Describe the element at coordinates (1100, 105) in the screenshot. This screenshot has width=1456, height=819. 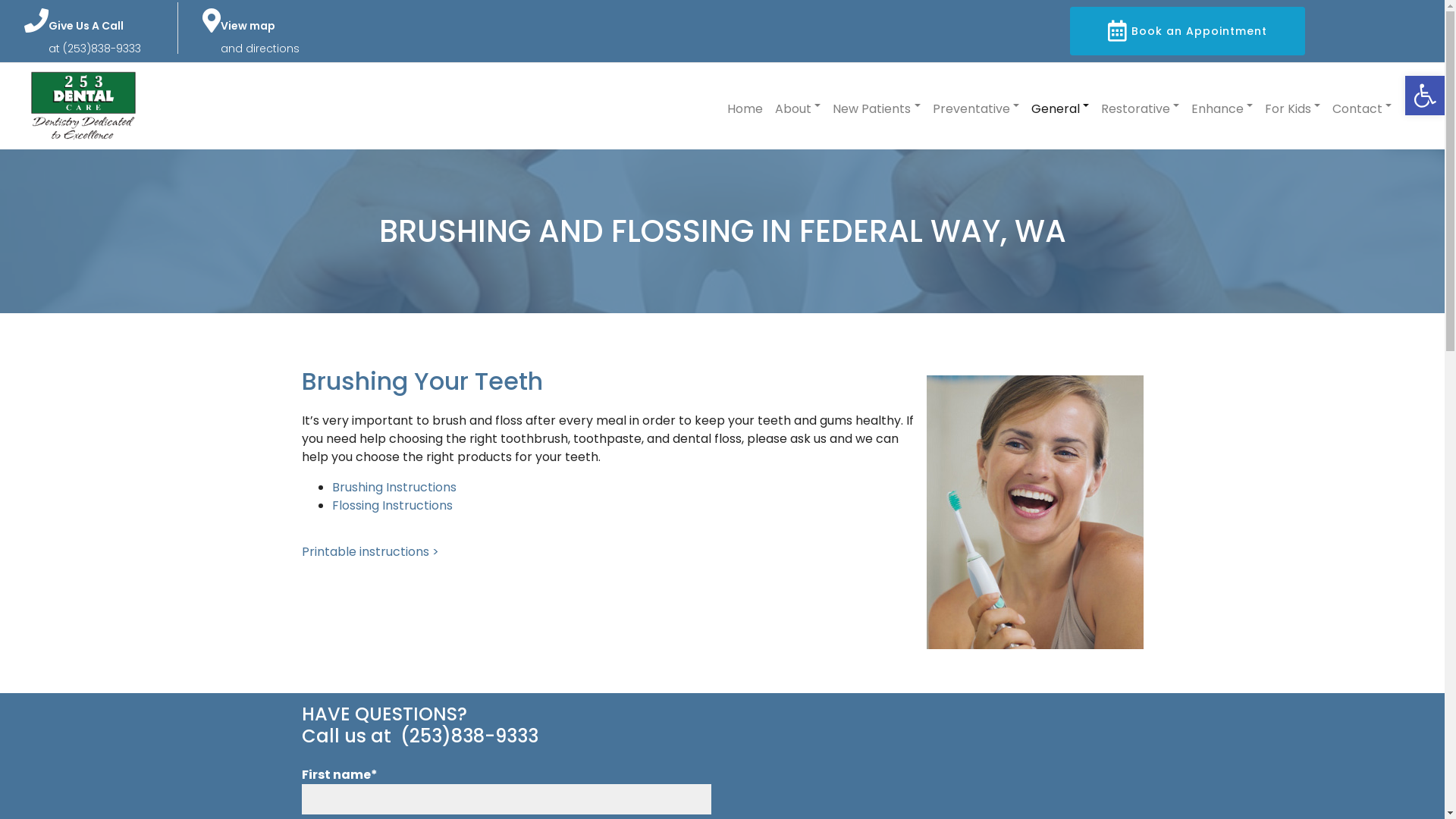
I see `'Restorative'` at that location.